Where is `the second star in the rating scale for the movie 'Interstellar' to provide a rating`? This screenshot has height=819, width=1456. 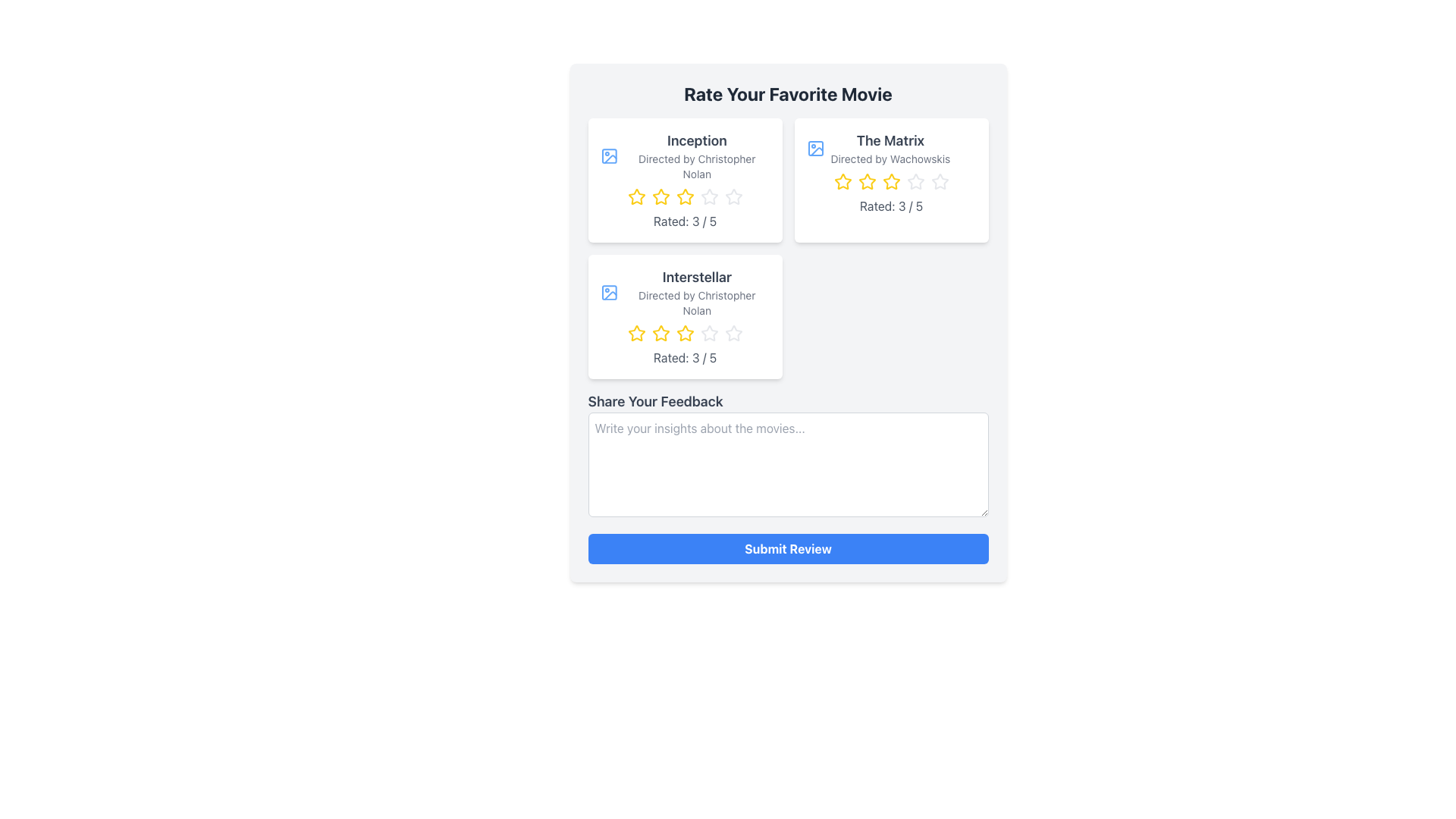 the second star in the rating scale for the movie 'Interstellar' to provide a rating is located at coordinates (661, 332).